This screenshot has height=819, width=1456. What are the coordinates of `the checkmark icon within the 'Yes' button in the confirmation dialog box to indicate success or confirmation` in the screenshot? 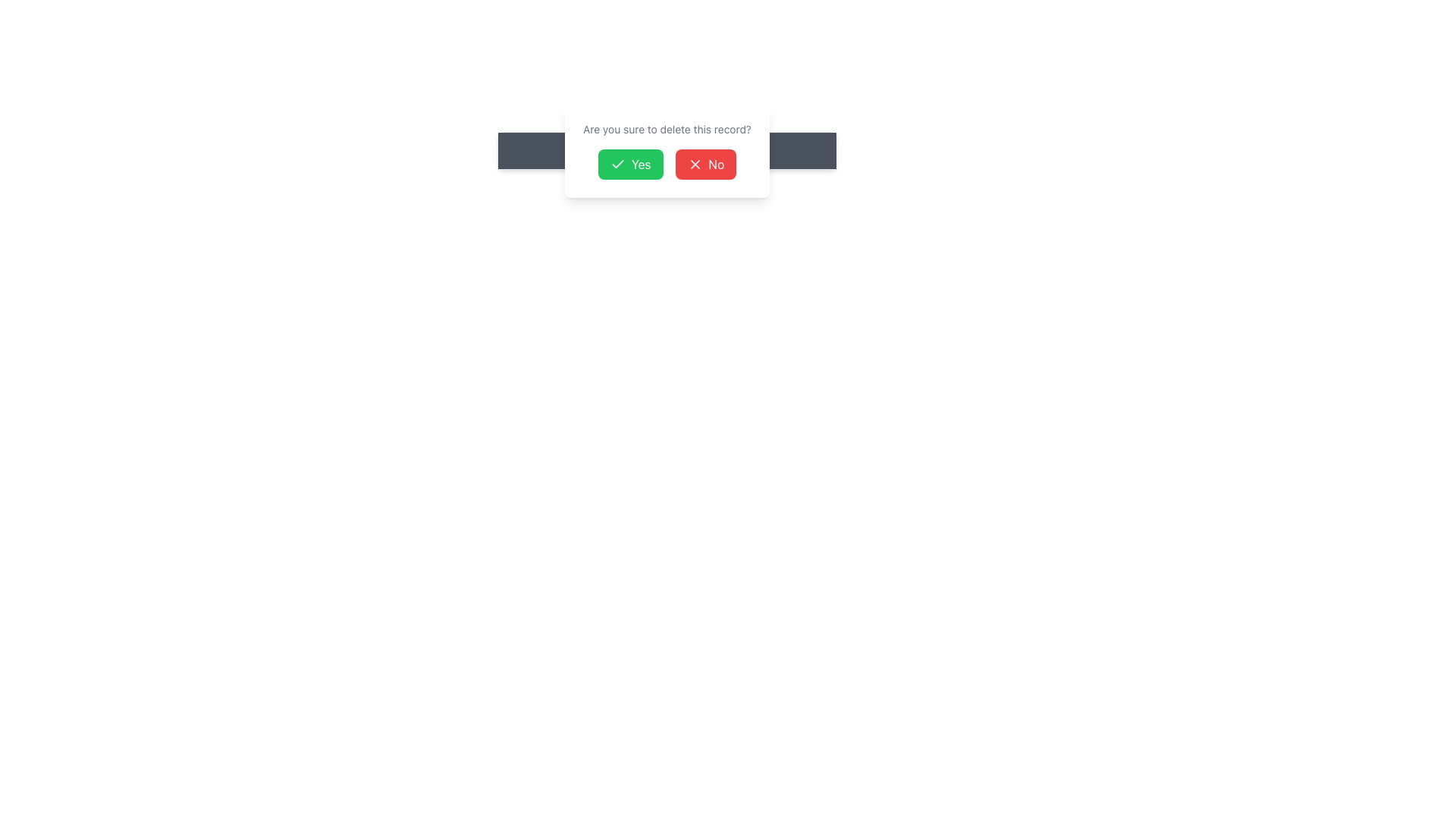 It's located at (617, 164).